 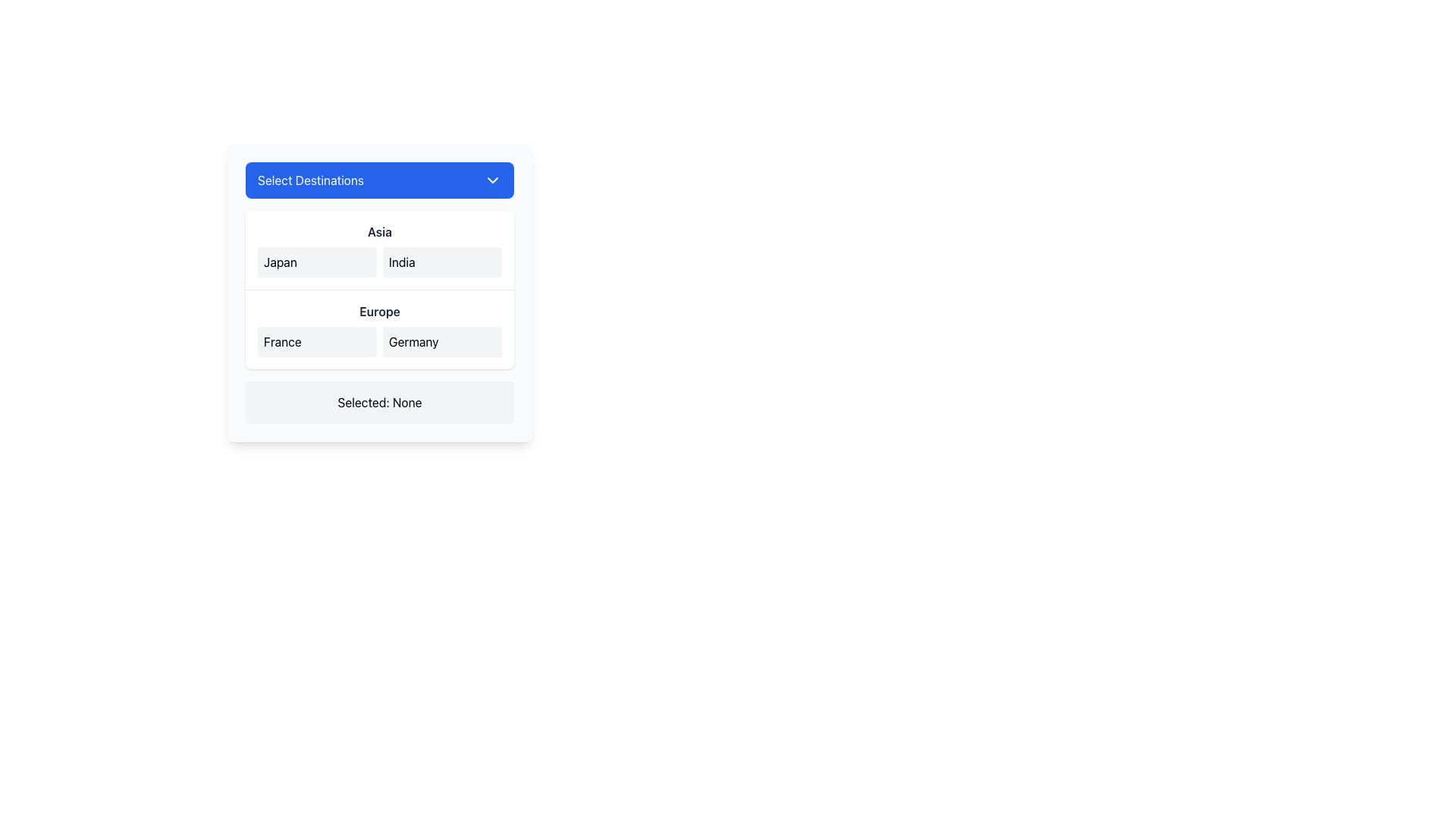 What do you see at coordinates (379, 249) in the screenshot?
I see `the section titled 'Asia' which contains the cards labeled 'Japan' and 'India', positioned above the dropdown labeled 'Select Destinations'` at bounding box center [379, 249].